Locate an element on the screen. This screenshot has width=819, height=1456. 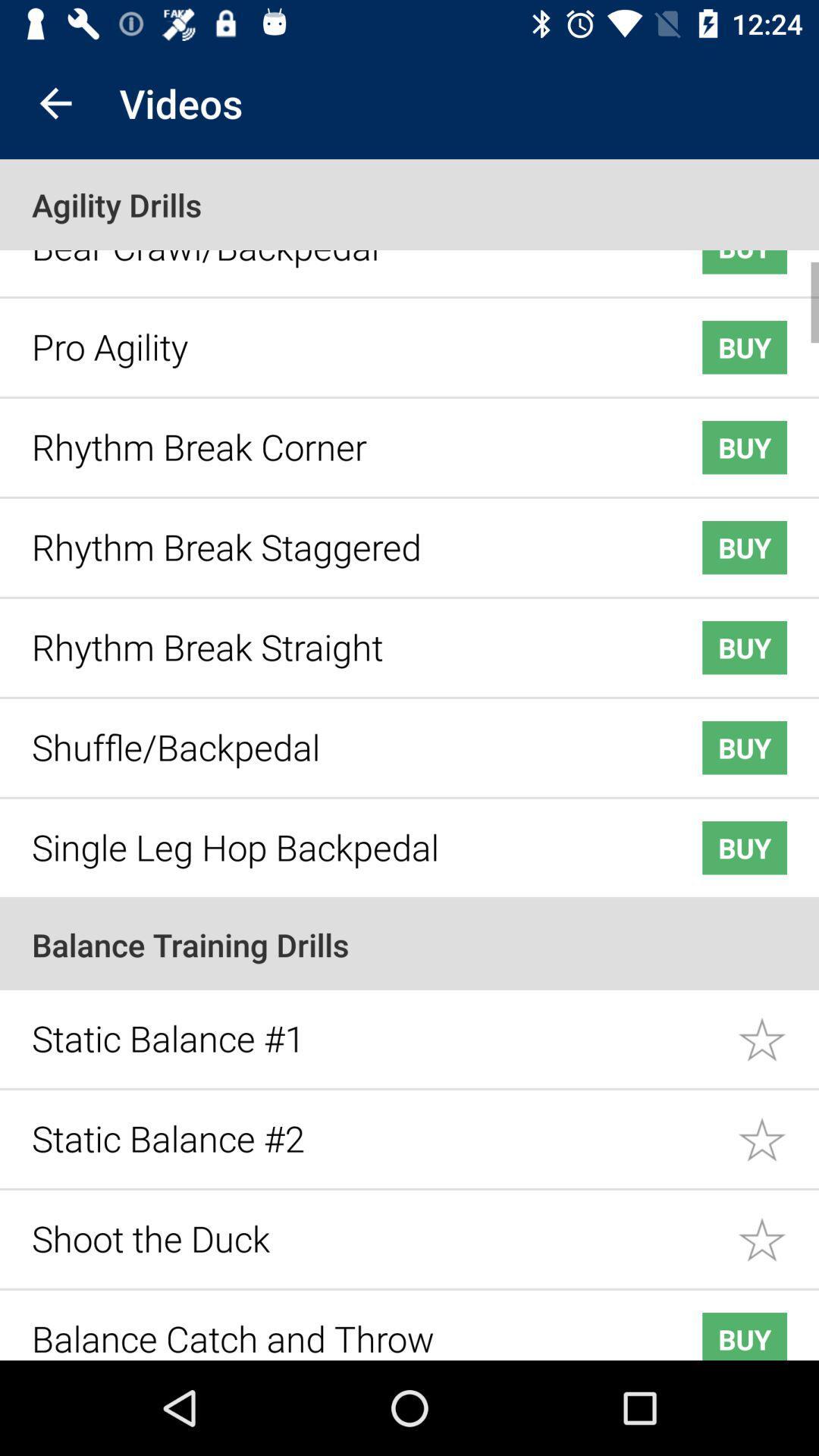
the icon next to the buy icon is located at coordinates (343, 835).